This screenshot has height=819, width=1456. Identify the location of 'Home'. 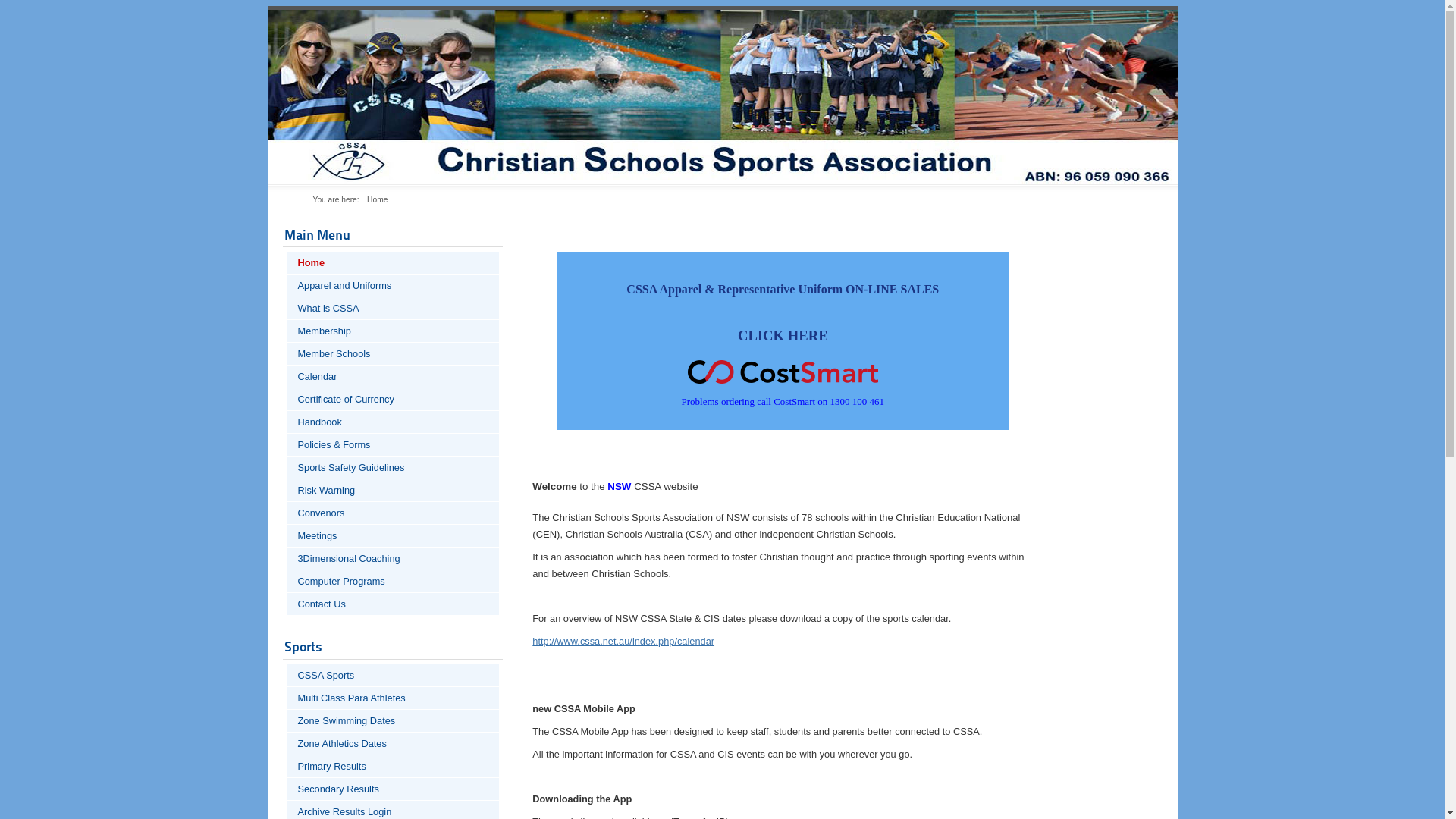
(287, 262).